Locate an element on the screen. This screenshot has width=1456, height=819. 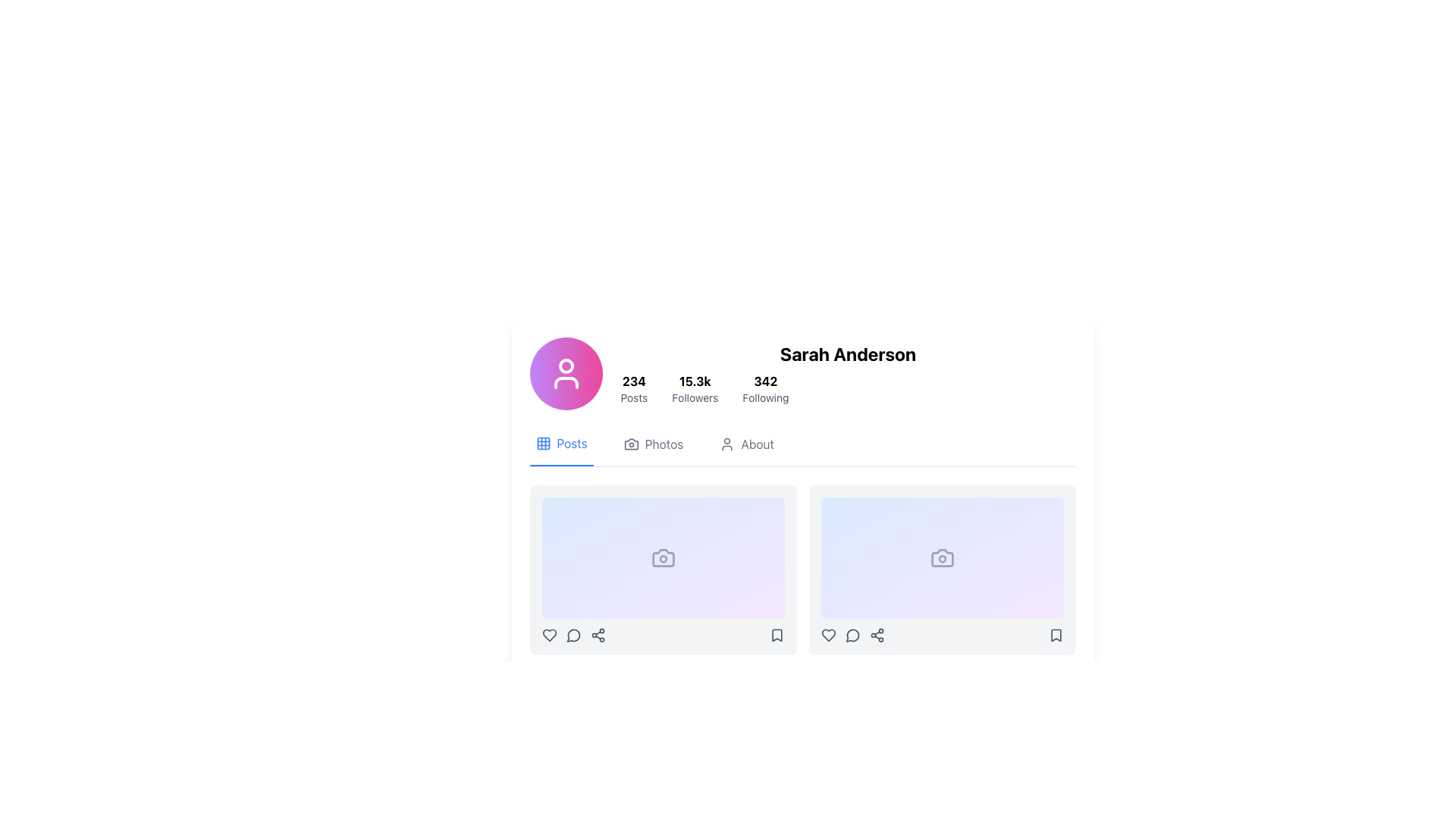
the comment icon button located at the bottom right of the content card is located at coordinates (852, 635).